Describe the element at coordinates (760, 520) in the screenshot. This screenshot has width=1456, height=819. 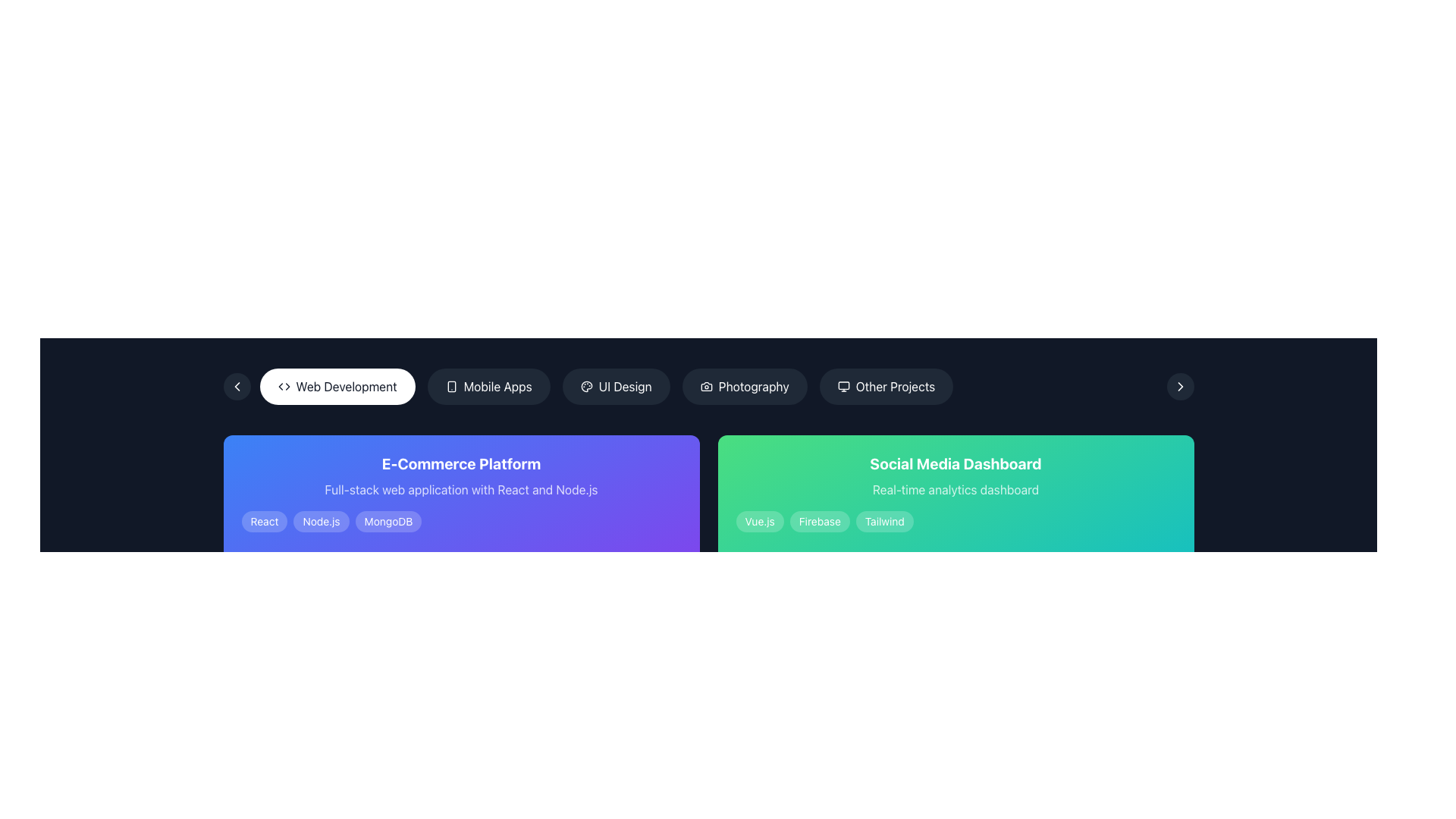
I see `the pill-shaped tag labeled 'Vue.js' with a light green background, located in the lower-right section of the 'Social Media Dashboard', positioned to the left of 'Firebase' and 'Tailwind'` at that location.